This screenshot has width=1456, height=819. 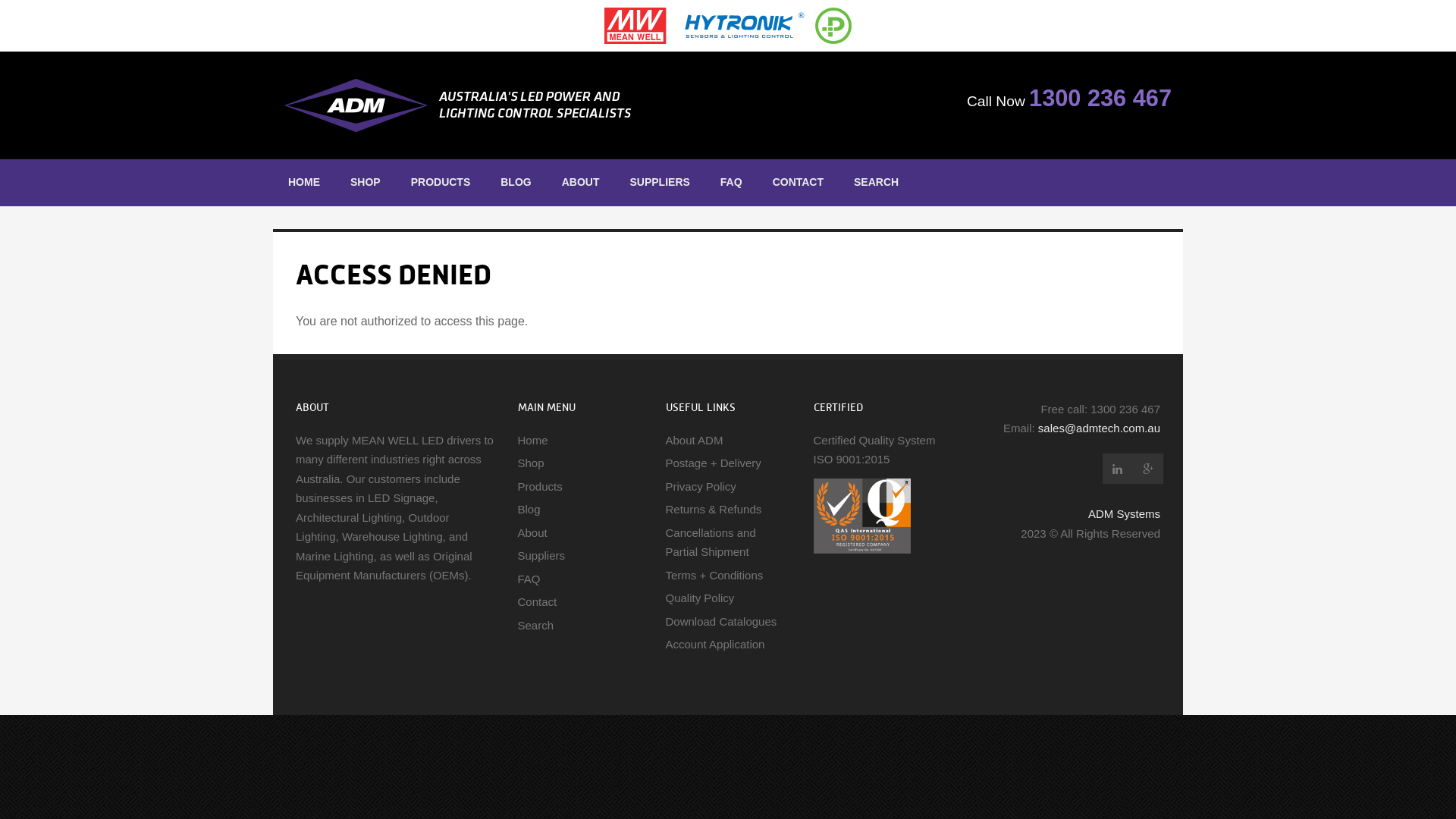 I want to click on 'SEARCH', so click(x=876, y=181).